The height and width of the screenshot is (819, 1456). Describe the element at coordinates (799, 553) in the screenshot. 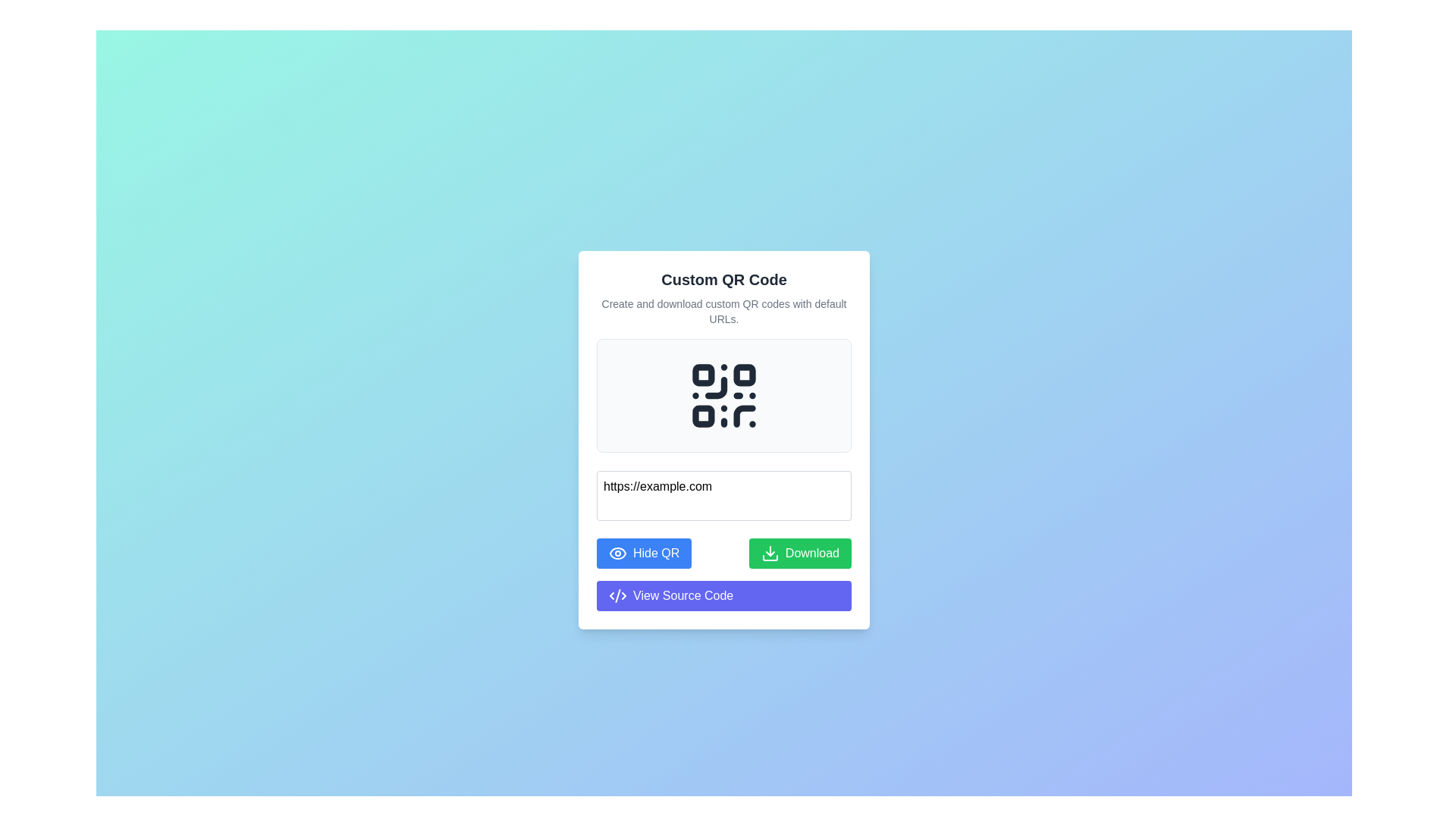

I see `the download button located on the right side of the button group, adjacent to the 'Hide QR' button, to initiate the download process` at that location.